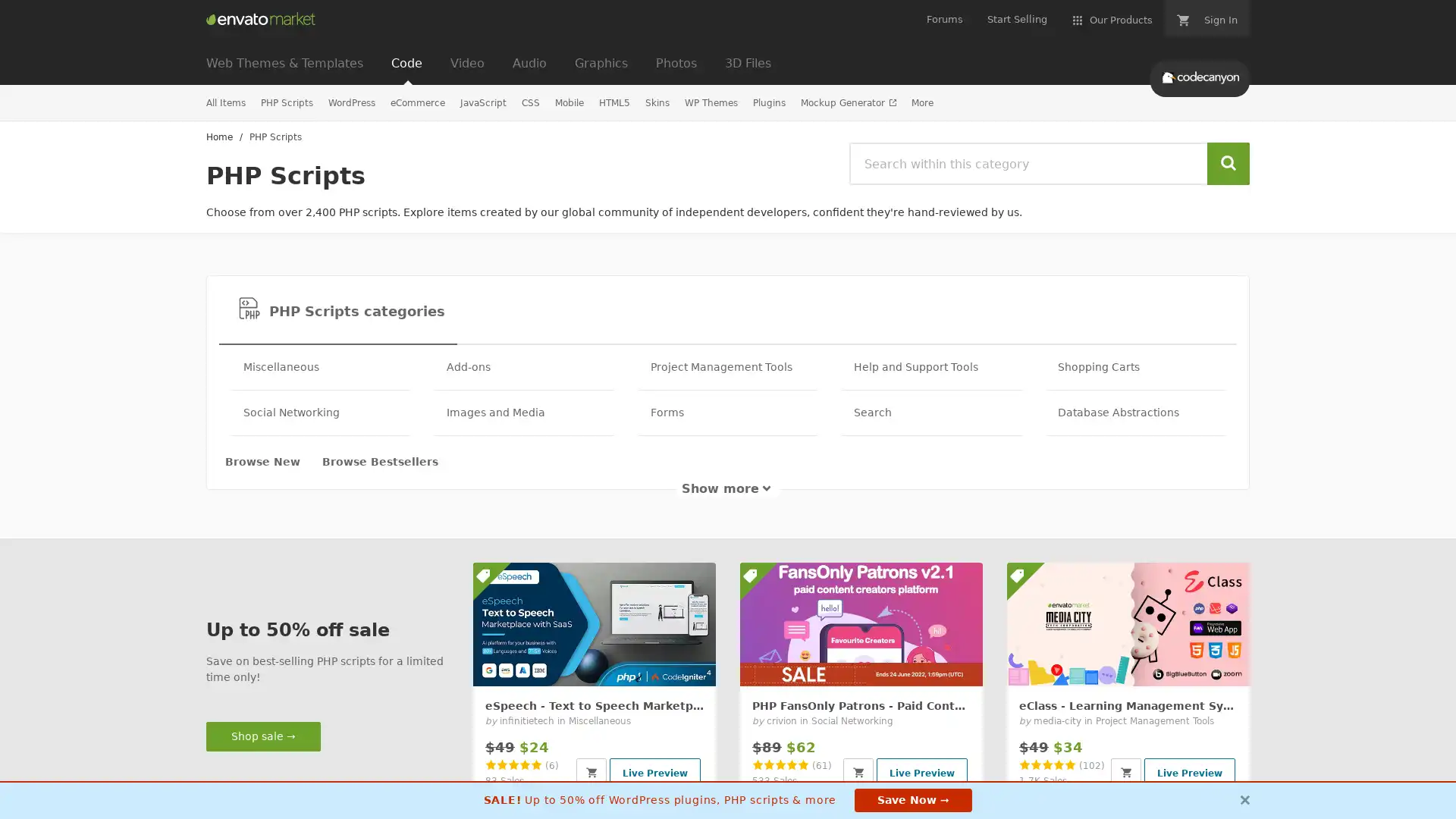  Describe the element at coordinates (1189, 663) in the screenshot. I see `Add to collection` at that location.